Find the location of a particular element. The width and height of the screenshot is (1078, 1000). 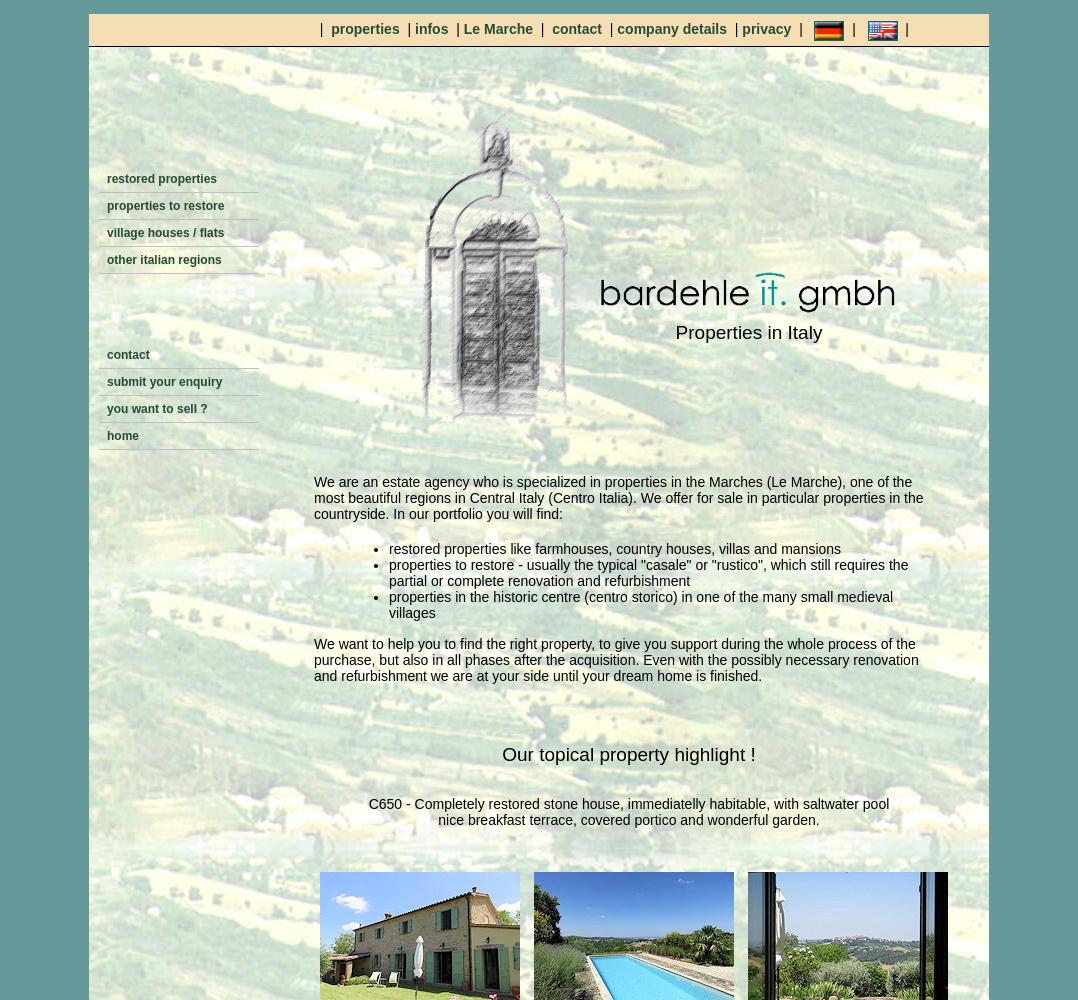

'restored properties' is located at coordinates (106, 179).